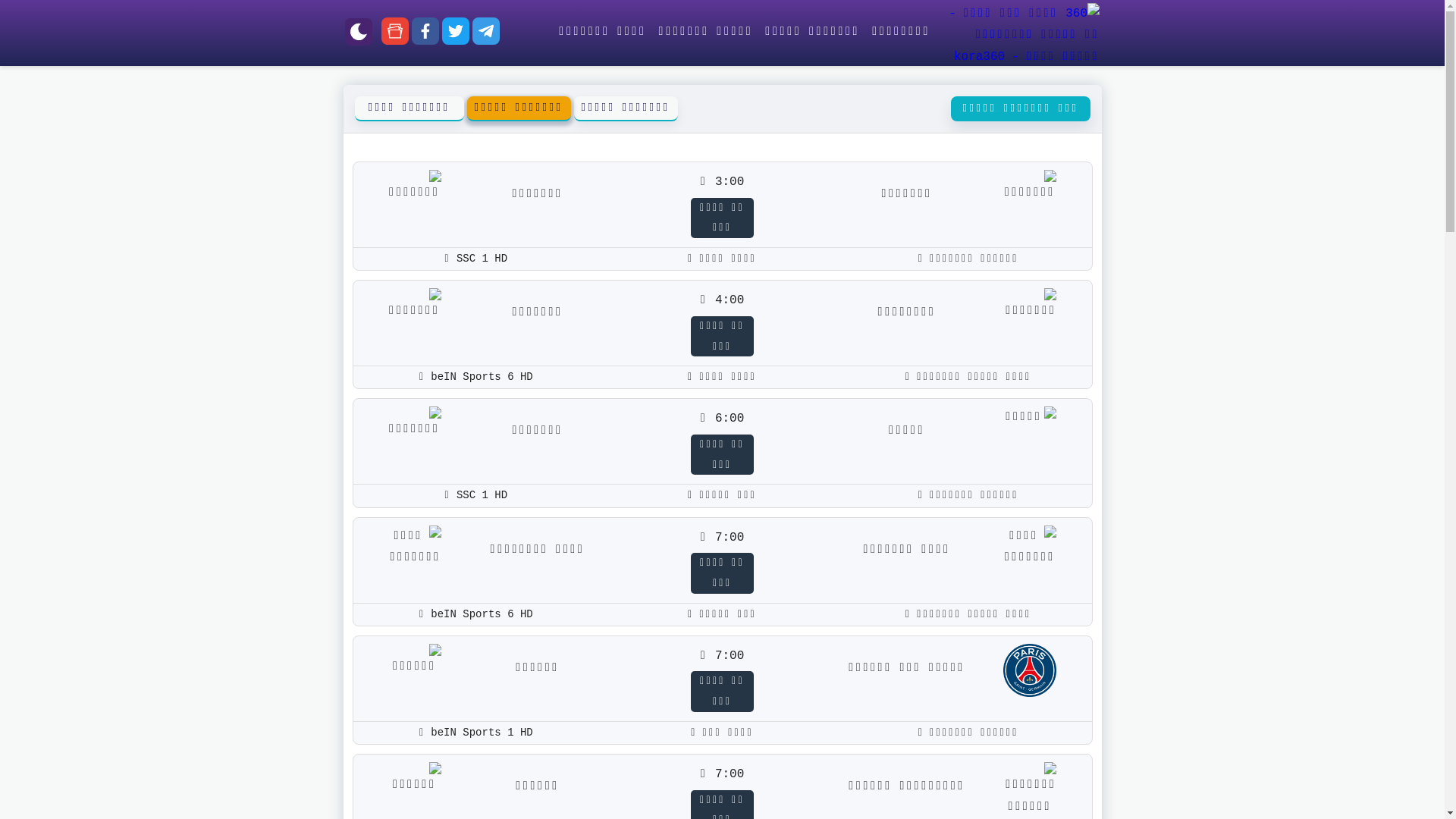 The width and height of the screenshot is (1456, 819). I want to click on 'telegram', so click(486, 34).